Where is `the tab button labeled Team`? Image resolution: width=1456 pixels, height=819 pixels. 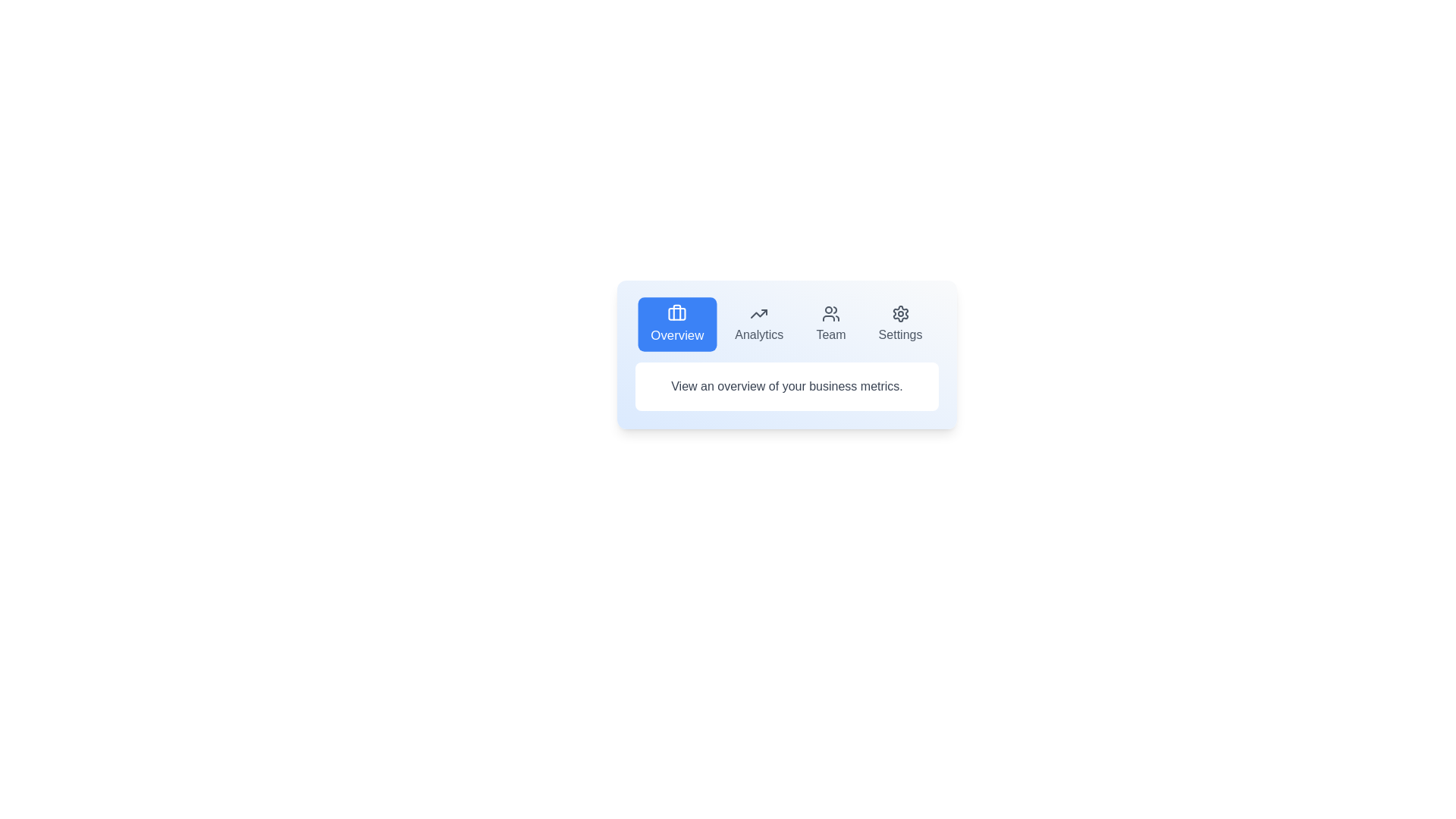
the tab button labeled Team is located at coordinates (830, 324).